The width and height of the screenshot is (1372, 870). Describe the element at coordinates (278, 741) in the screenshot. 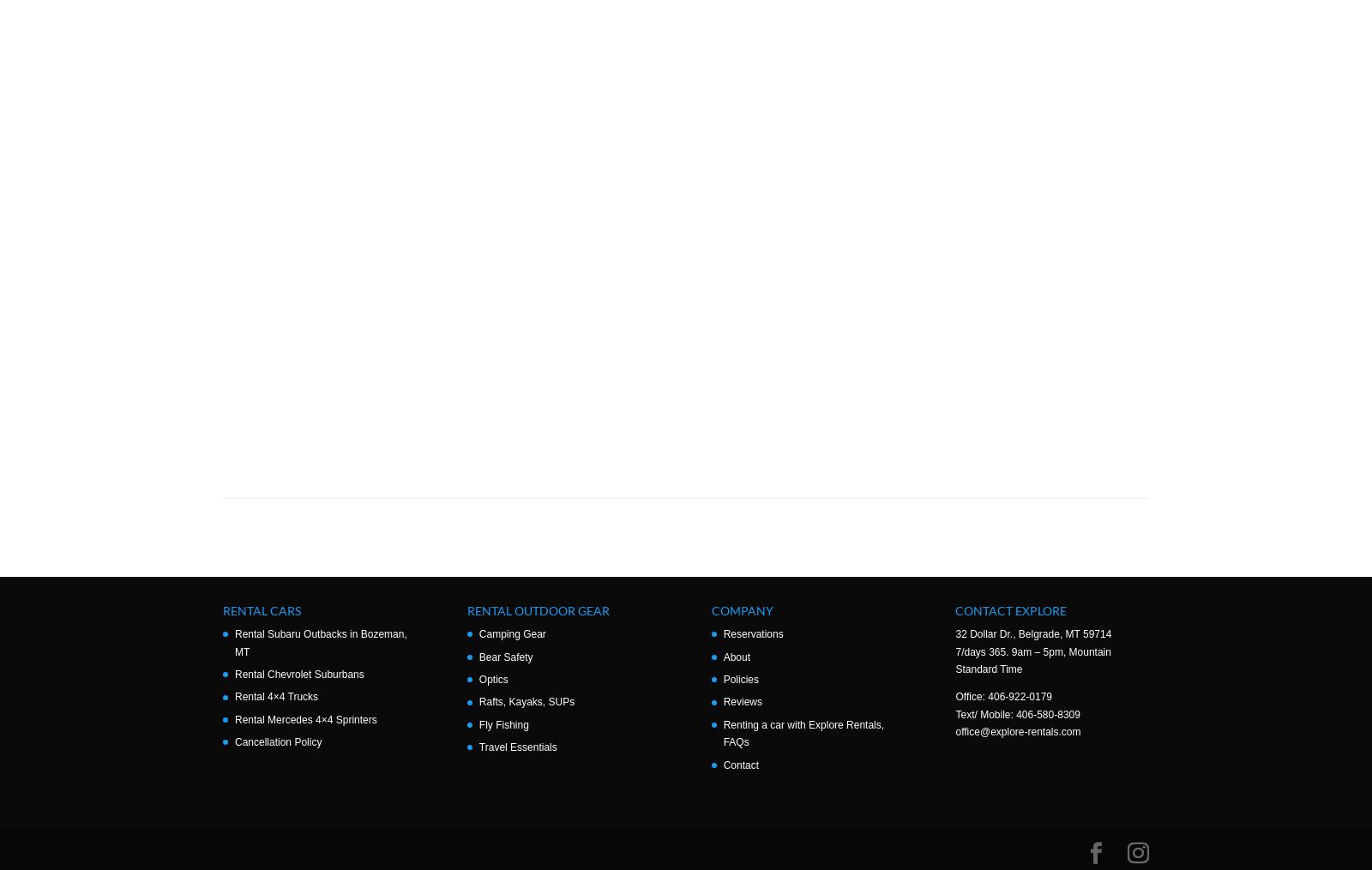

I see `'Cancellation Policy'` at that location.